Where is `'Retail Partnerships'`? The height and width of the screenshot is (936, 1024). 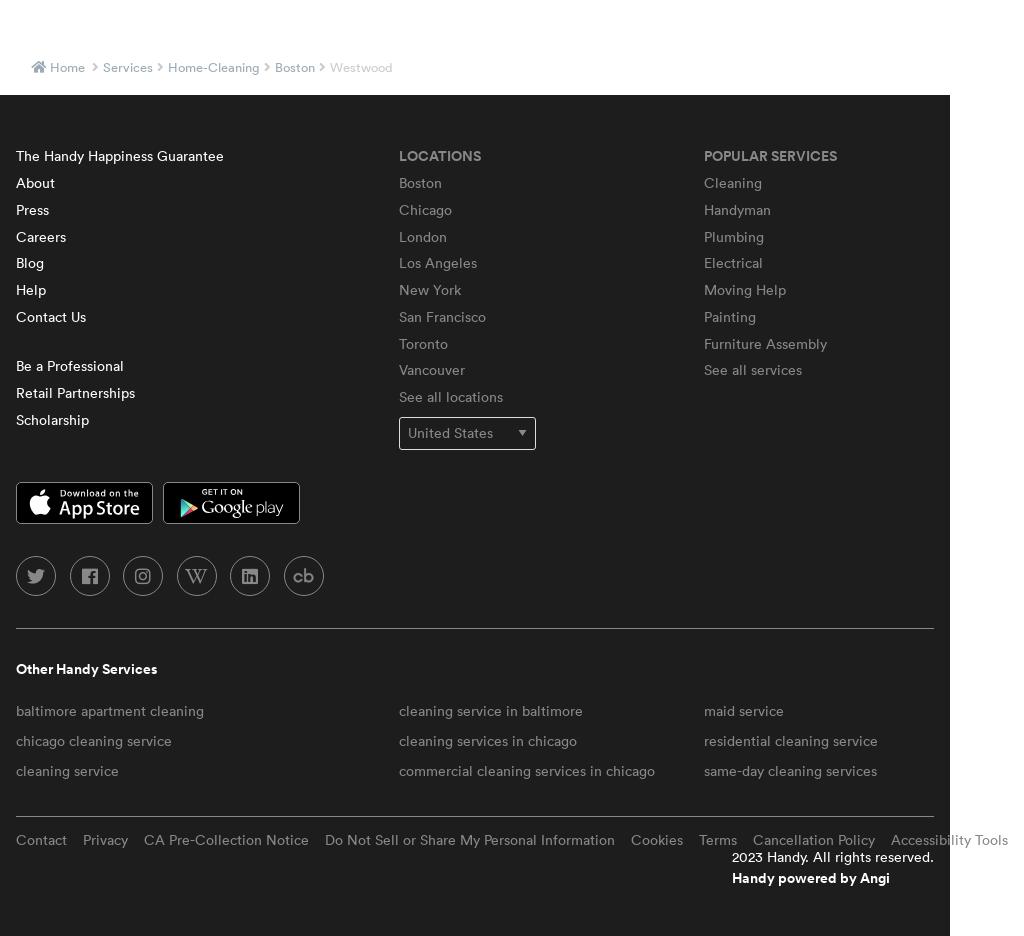
'Retail Partnerships' is located at coordinates (74, 390).